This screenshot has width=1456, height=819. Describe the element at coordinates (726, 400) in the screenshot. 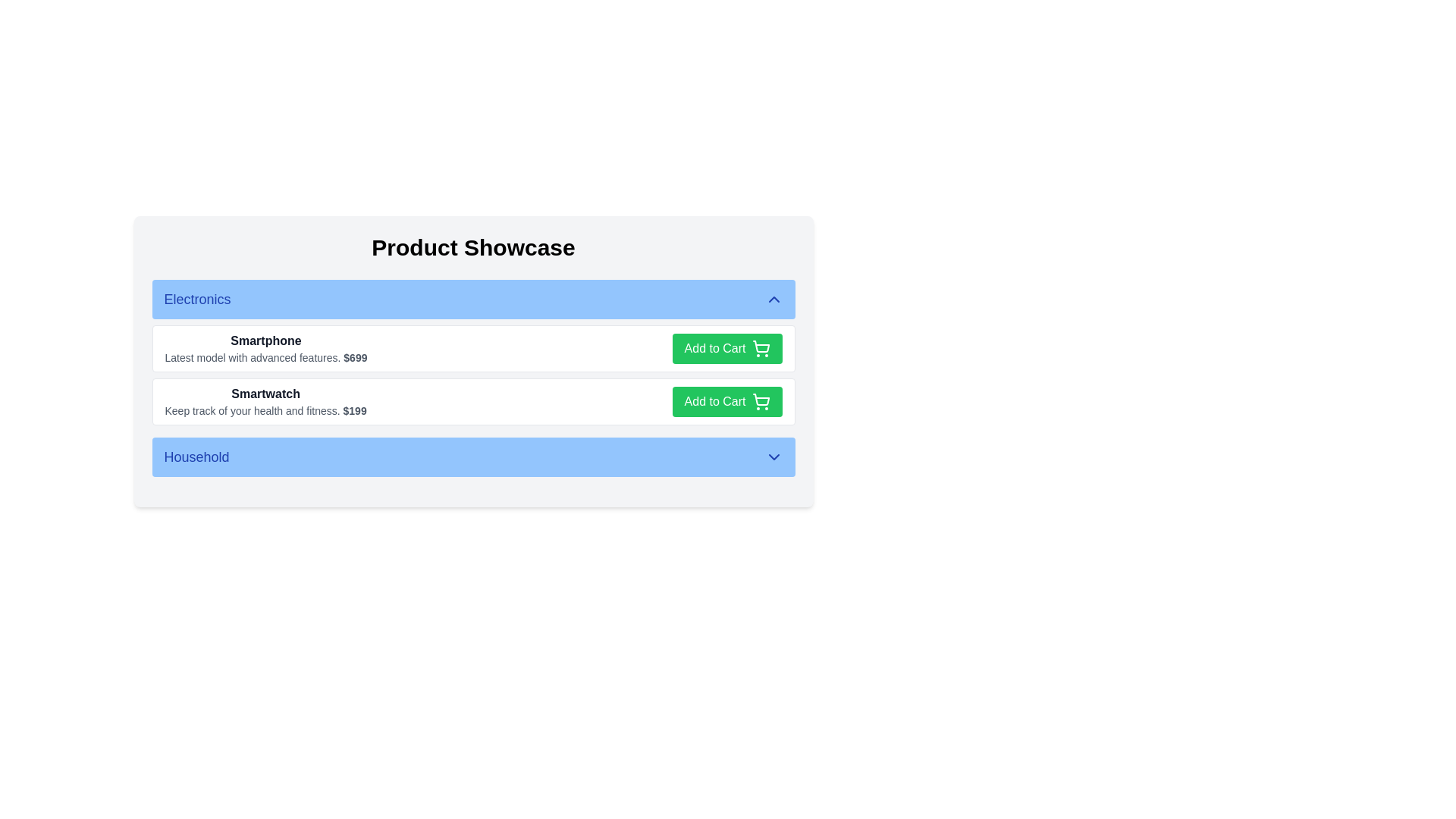

I see `the green 'Add to Cart' button with white text and a shopping cart icon located in the bottom-right corner of the product detail card for the 'Smartwatch'` at that location.